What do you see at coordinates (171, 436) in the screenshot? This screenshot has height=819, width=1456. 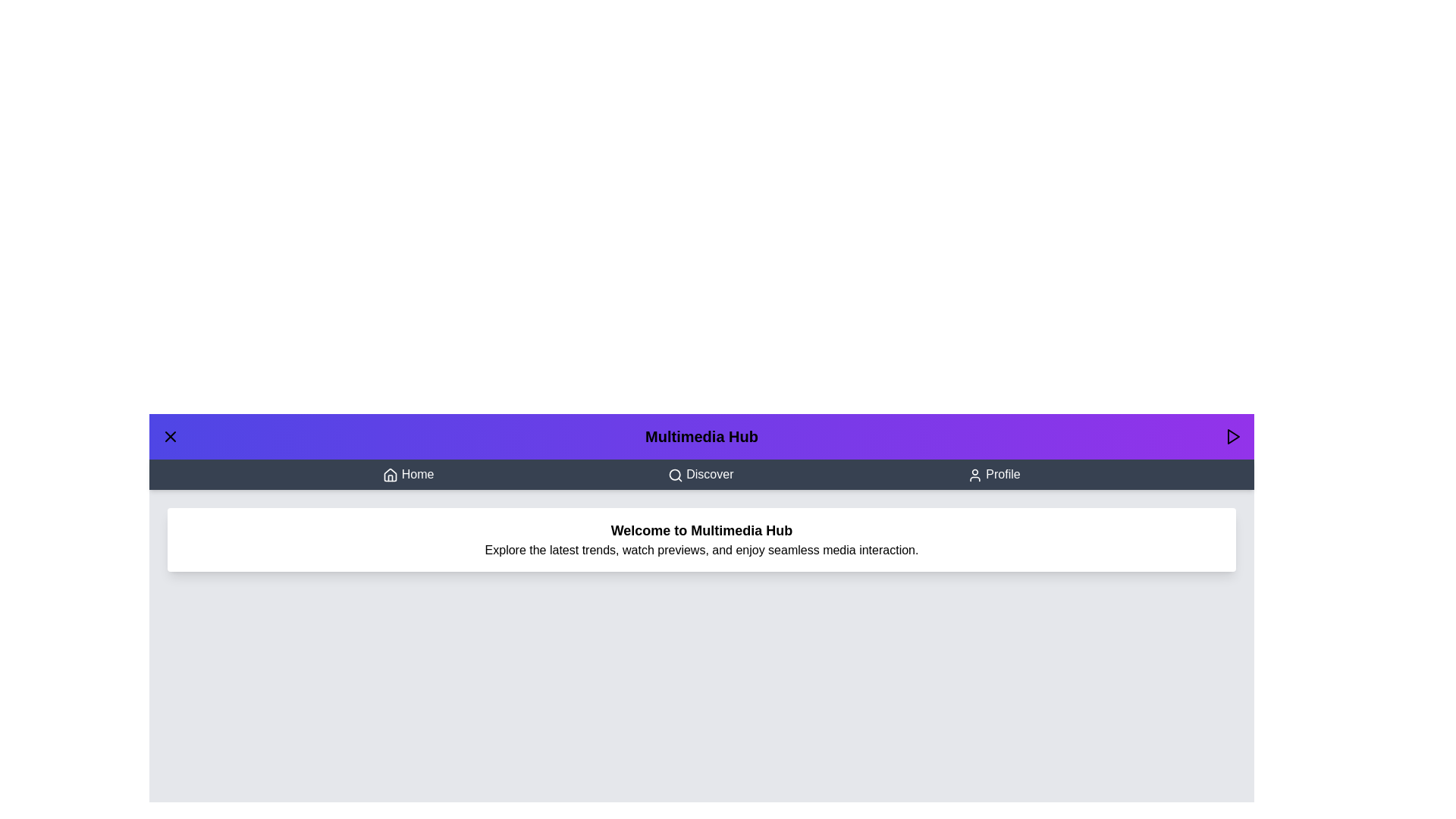 I see `the menu toggle button to toggle the menu open or close` at bounding box center [171, 436].